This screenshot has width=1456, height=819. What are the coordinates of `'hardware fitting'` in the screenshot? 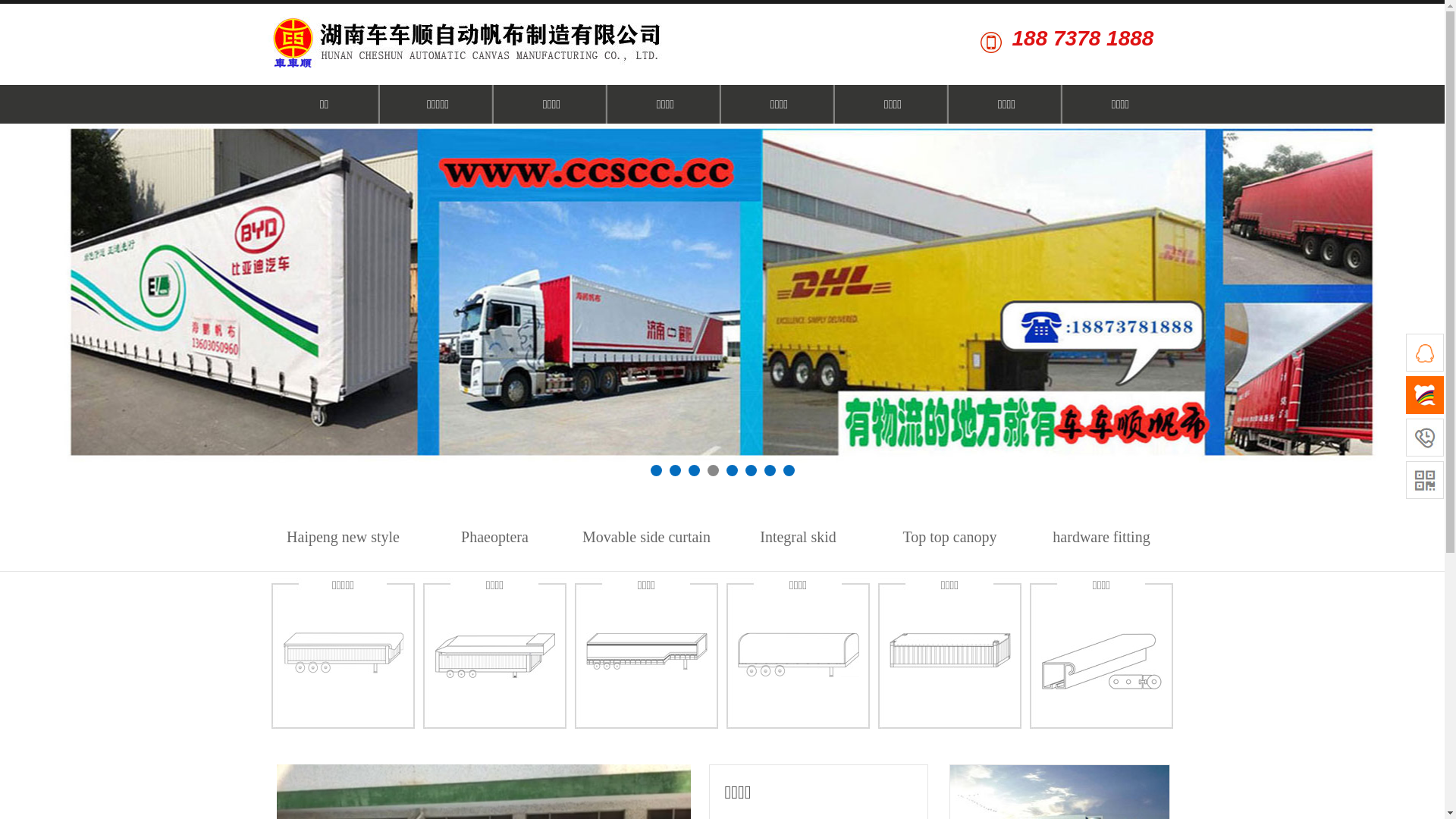 It's located at (1101, 536).